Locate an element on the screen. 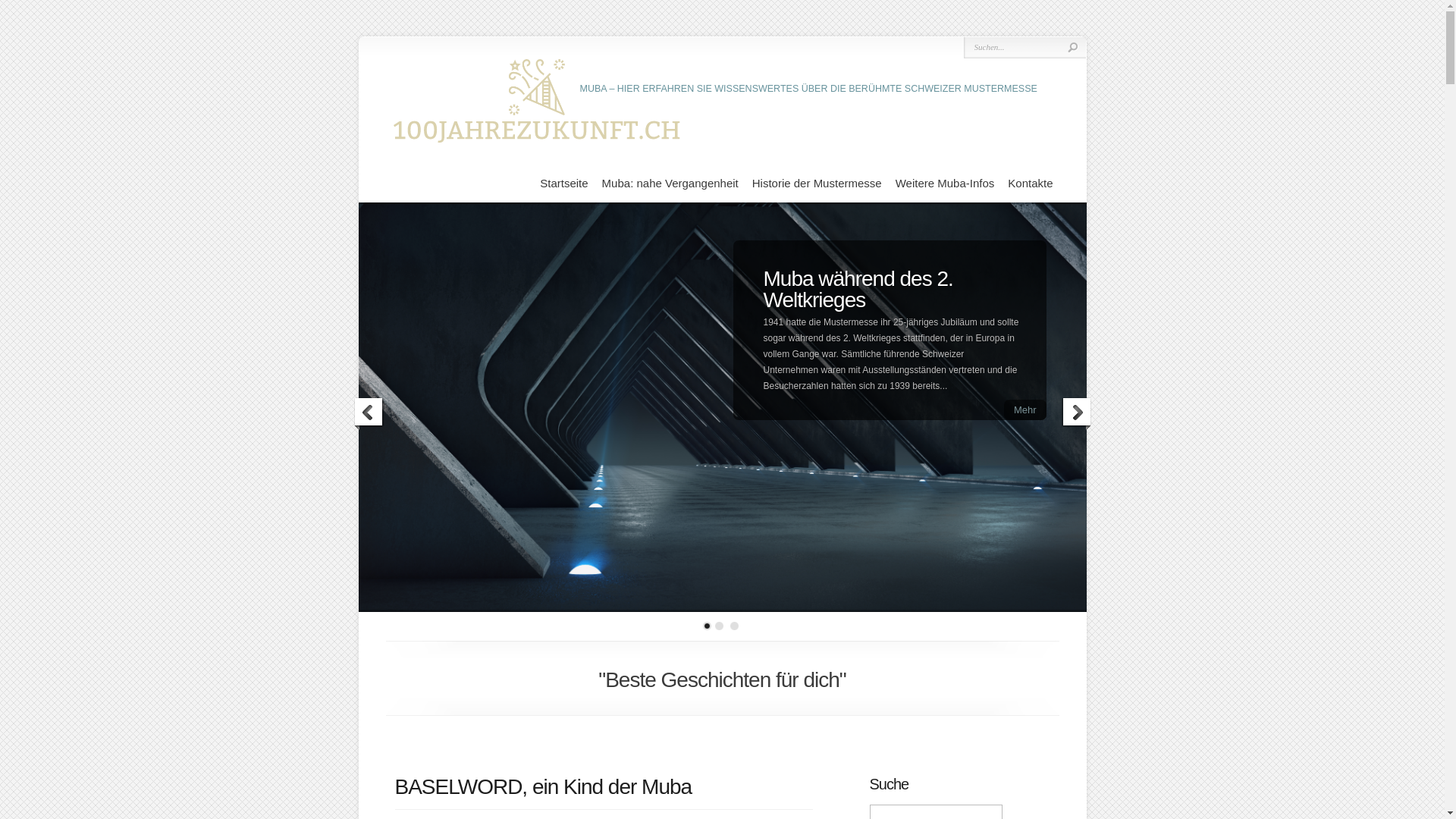 The width and height of the screenshot is (1456, 819). 'Muba: nahe Vergangenheit' is located at coordinates (669, 183).